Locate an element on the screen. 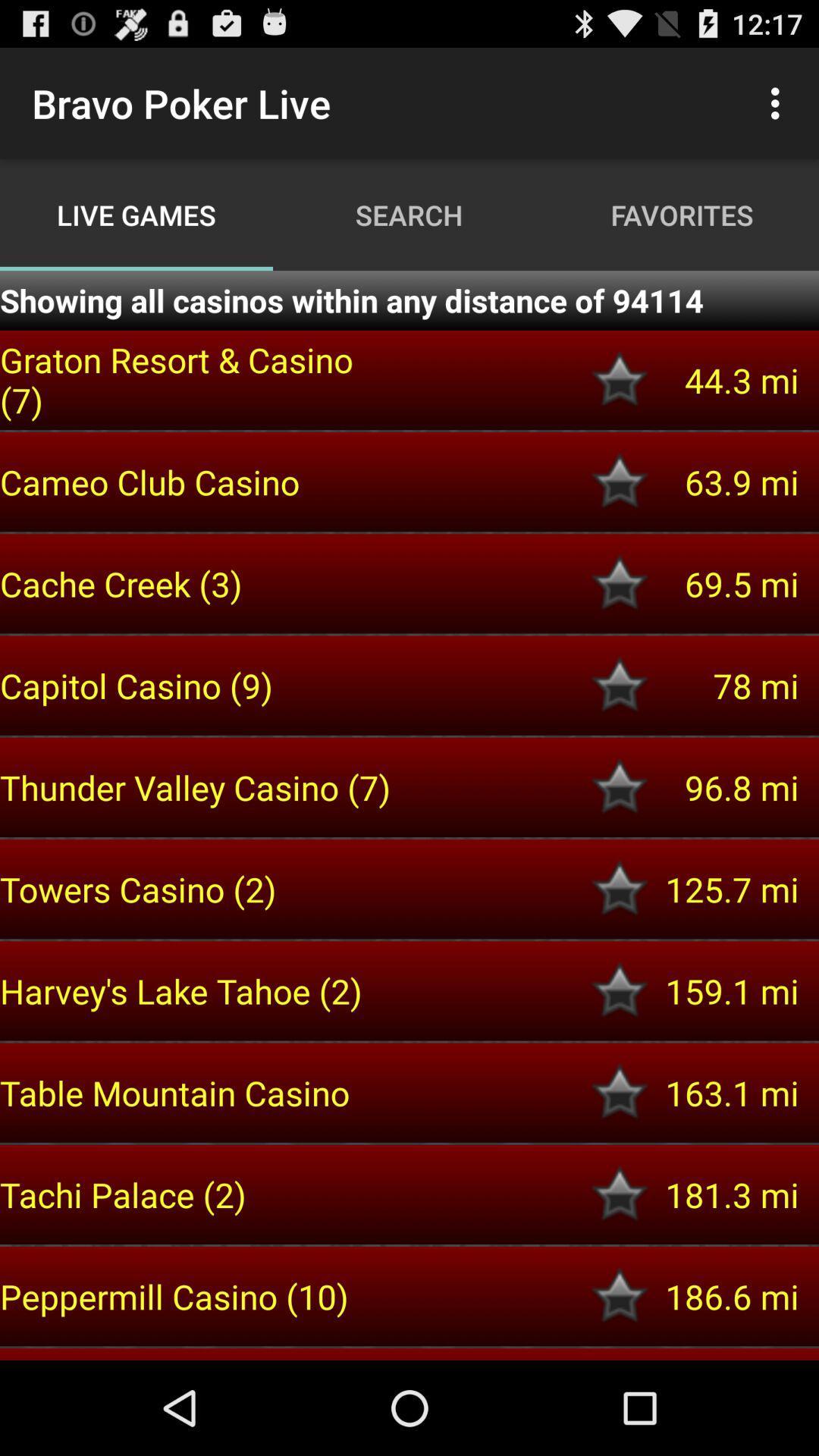  favorite is located at coordinates (620, 1194).